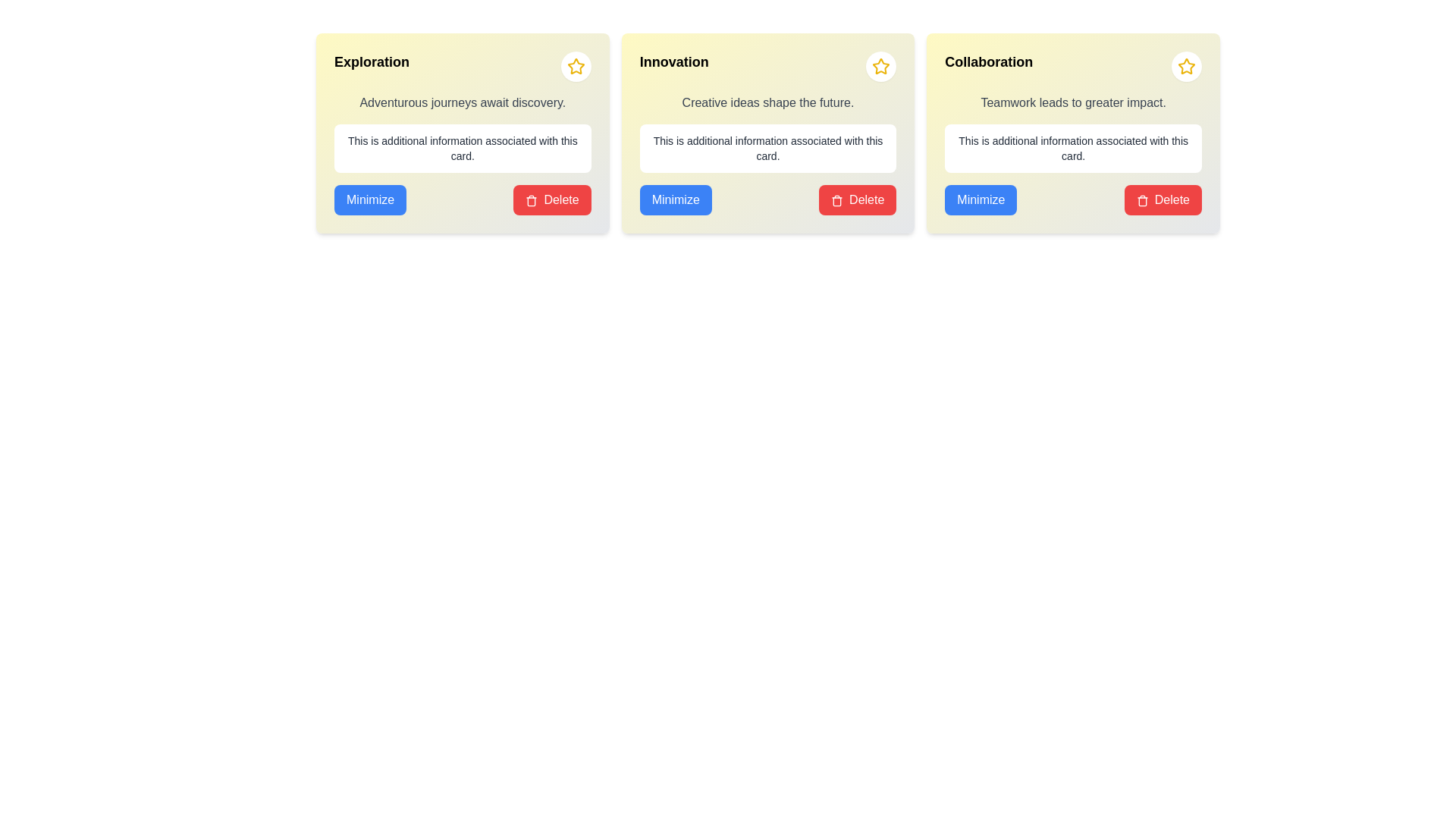 Image resolution: width=1456 pixels, height=819 pixels. Describe the element at coordinates (575, 66) in the screenshot. I see `the circular white button with a star icon in the top-right corner of the 'Exploration' card` at that location.